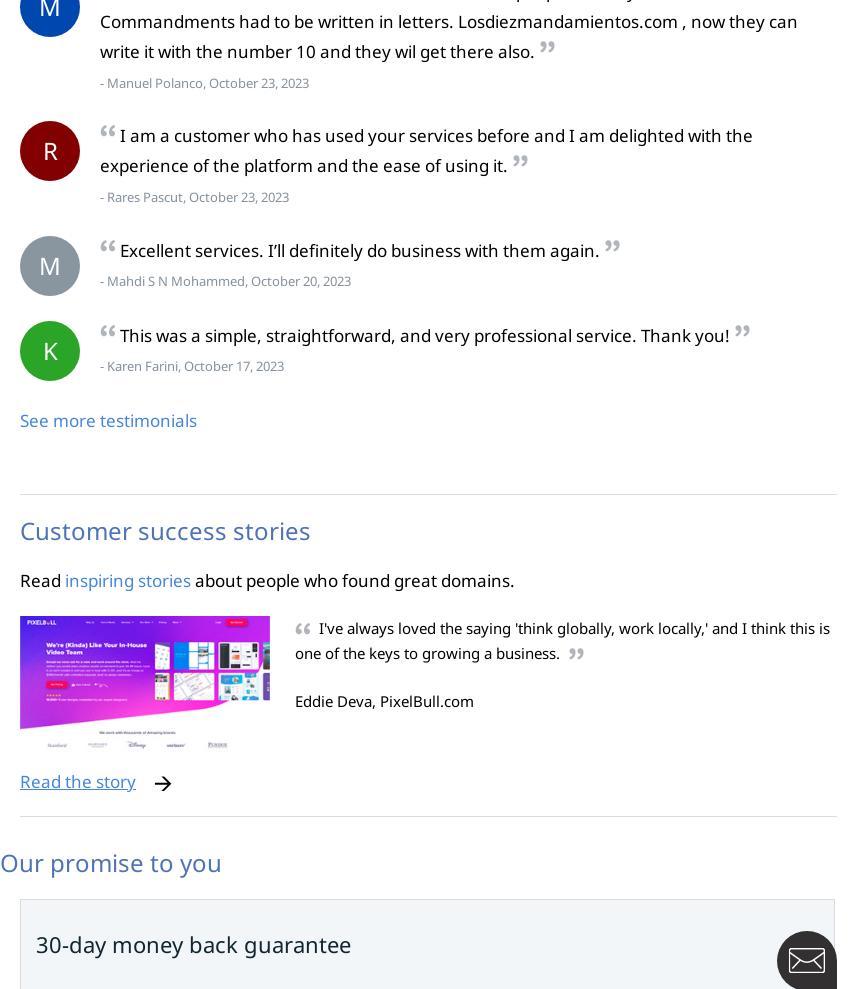  I want to click on 'Our promise to you', so click(110, 862).